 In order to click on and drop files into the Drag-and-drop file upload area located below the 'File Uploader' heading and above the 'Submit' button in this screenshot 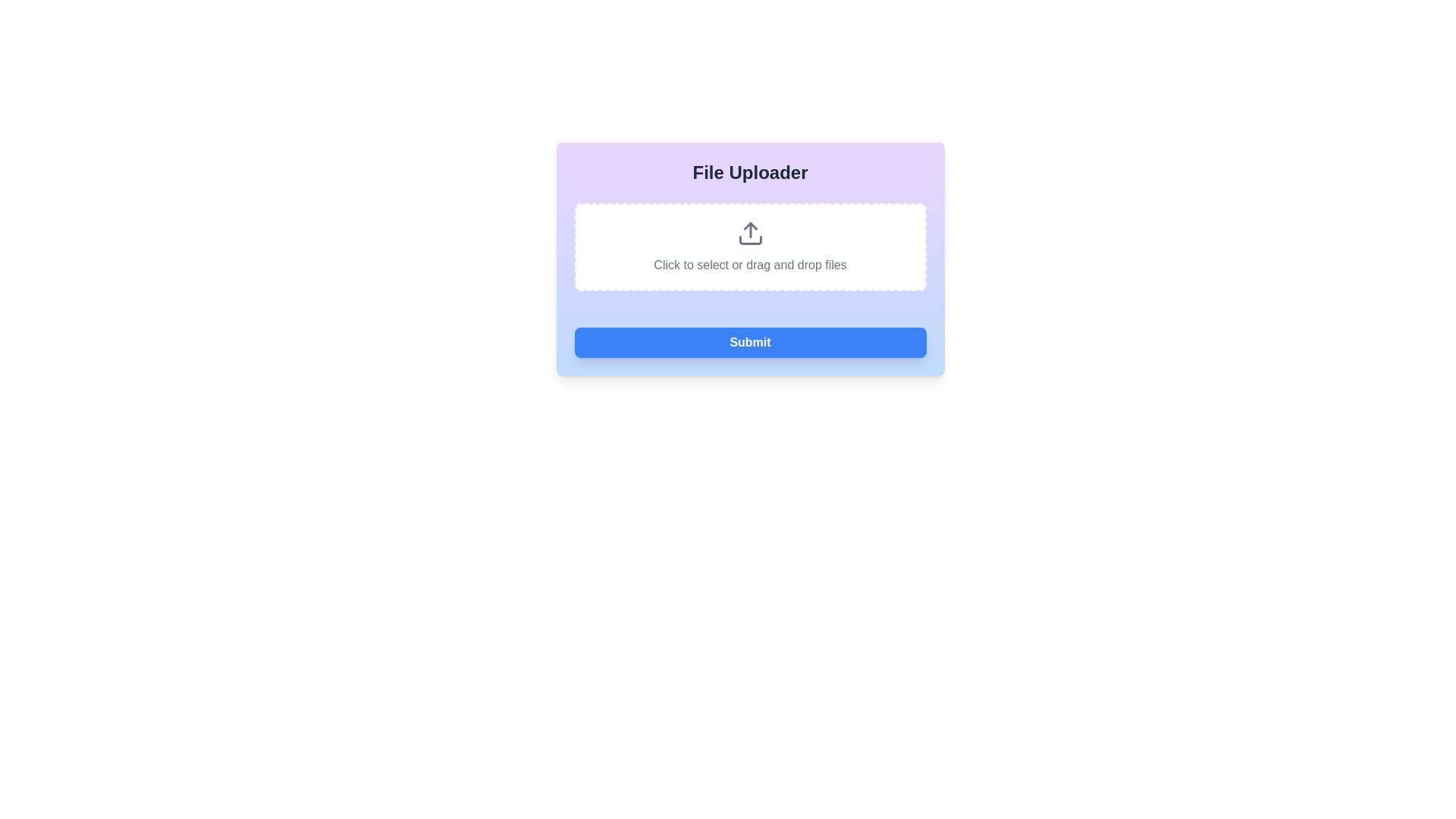, I will do `click(750, 246)`.